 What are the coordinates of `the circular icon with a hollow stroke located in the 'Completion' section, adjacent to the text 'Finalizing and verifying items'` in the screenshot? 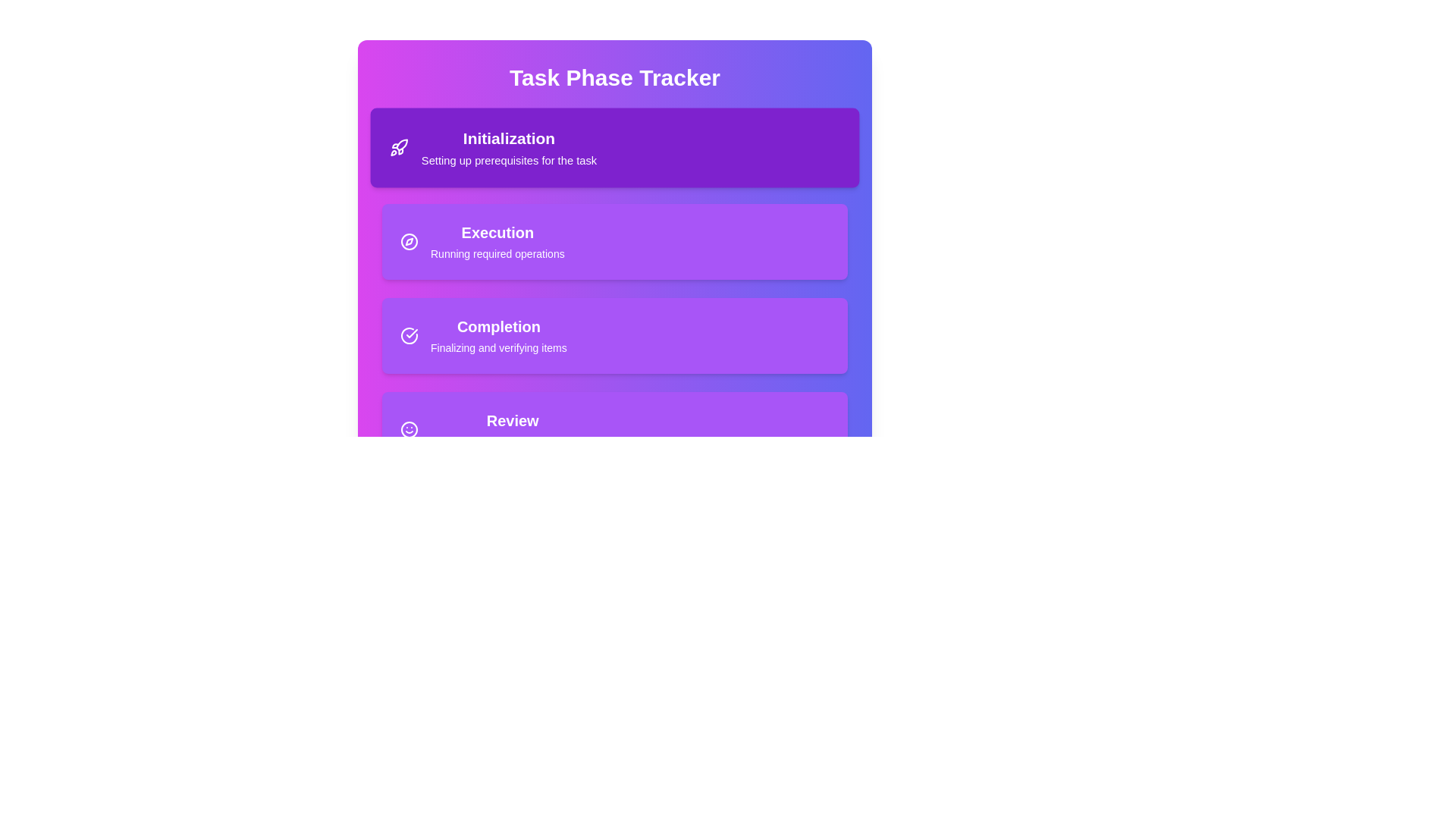 It's located at (409, 335).